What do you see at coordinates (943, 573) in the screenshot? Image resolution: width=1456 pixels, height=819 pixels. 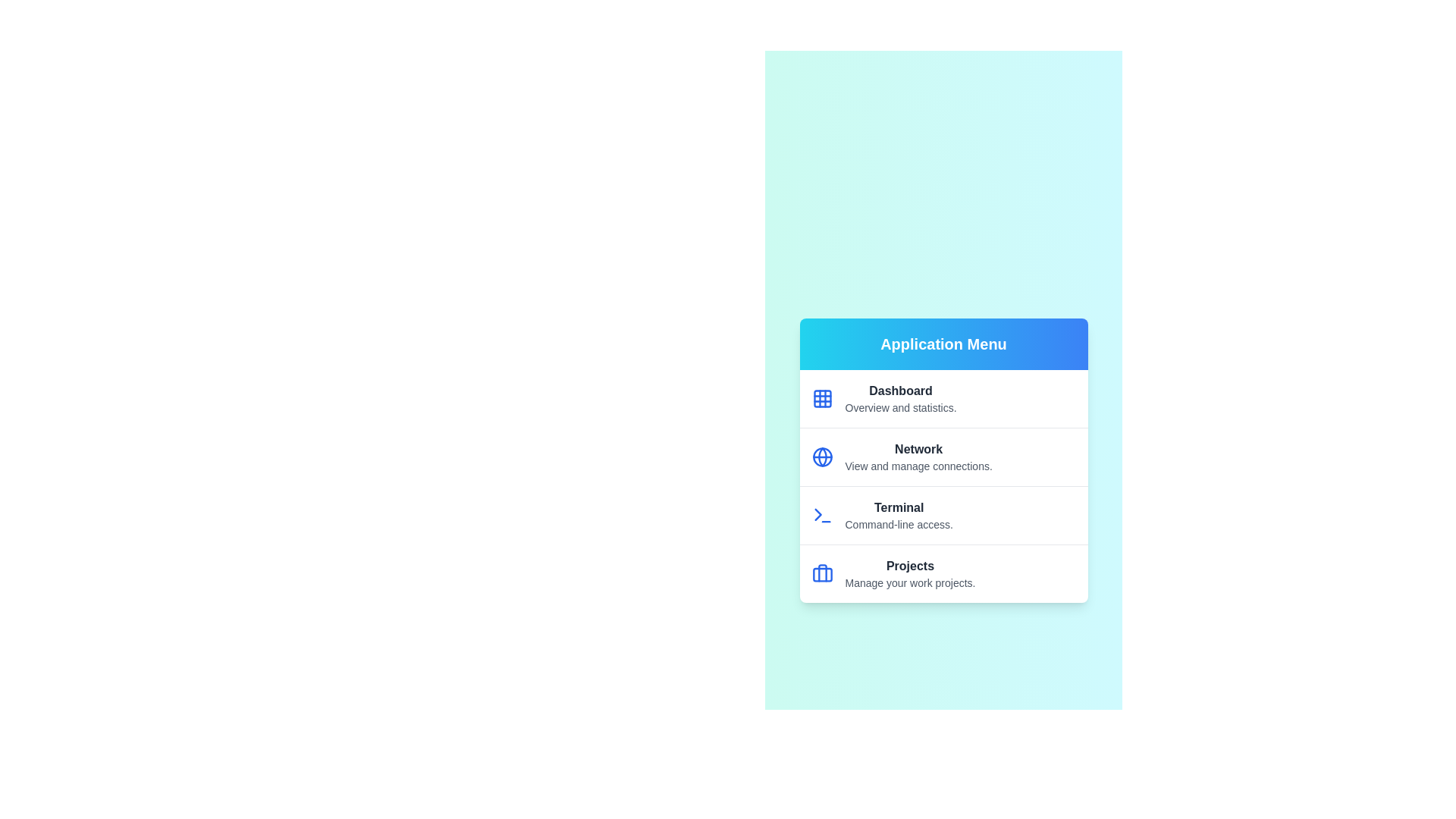 I see `the menu item corresponding to Projects` at bounding box center [943, 573].